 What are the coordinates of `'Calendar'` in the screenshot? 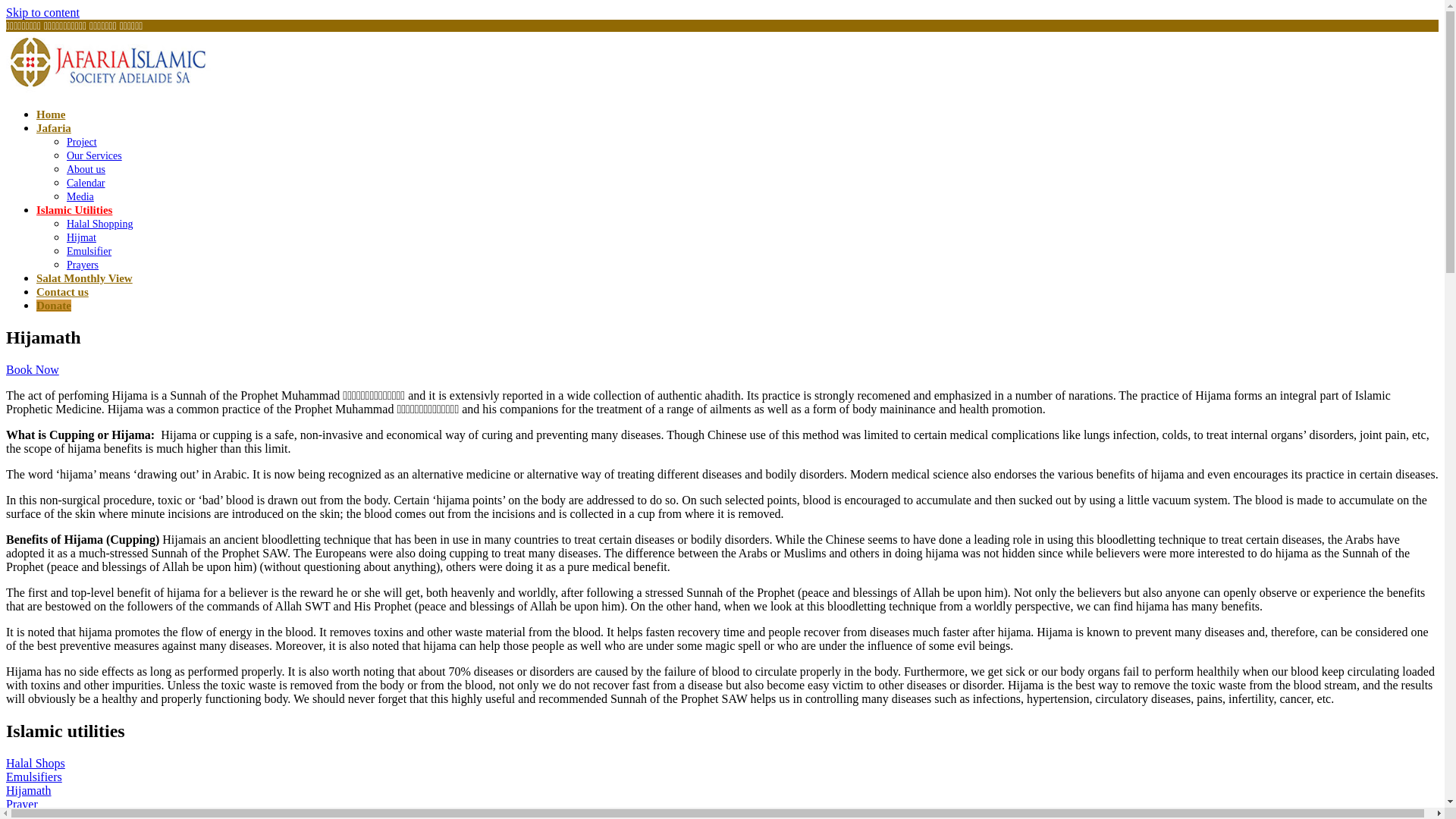 It's located at (85, 182).